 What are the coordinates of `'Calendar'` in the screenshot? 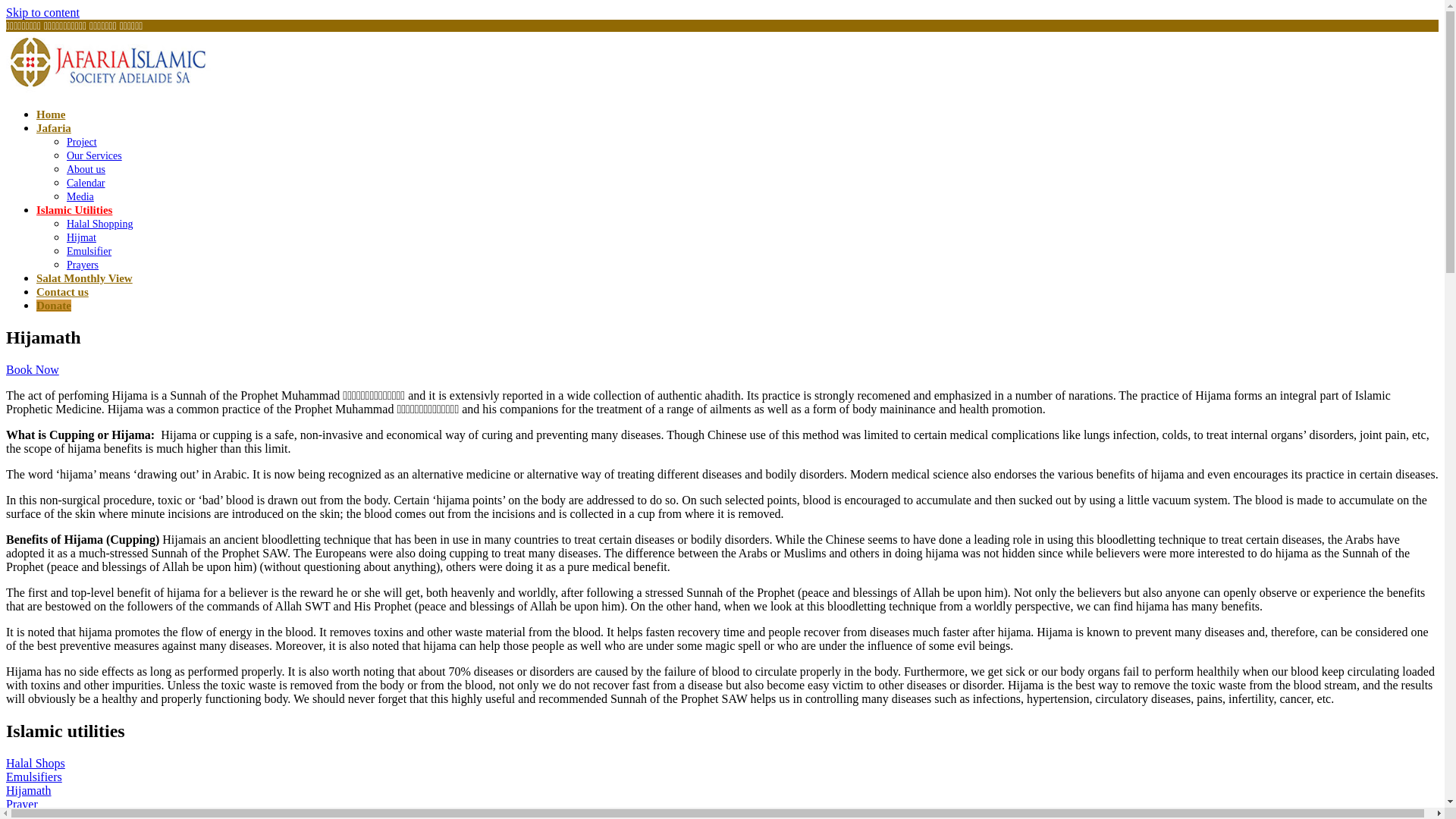 It's located at (85, 182).